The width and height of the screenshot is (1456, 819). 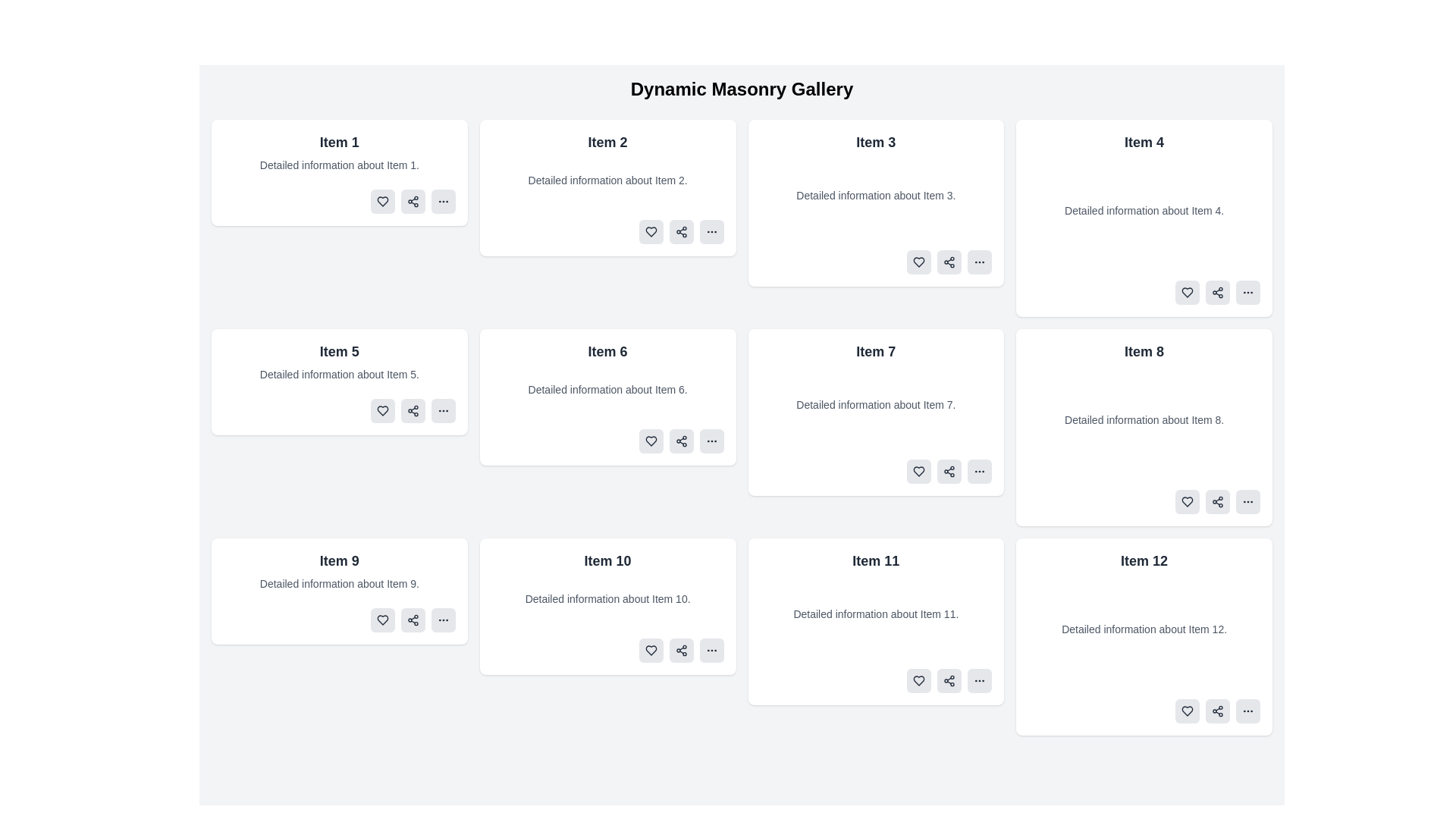 What do you see at coordinates (918, 470) in the screenshot?
I see `the heart-shaped SVG icon within the 'Item 7' card, which is styled as an outline and located below the descriptive text of the item` at bounding box center [918, 470].